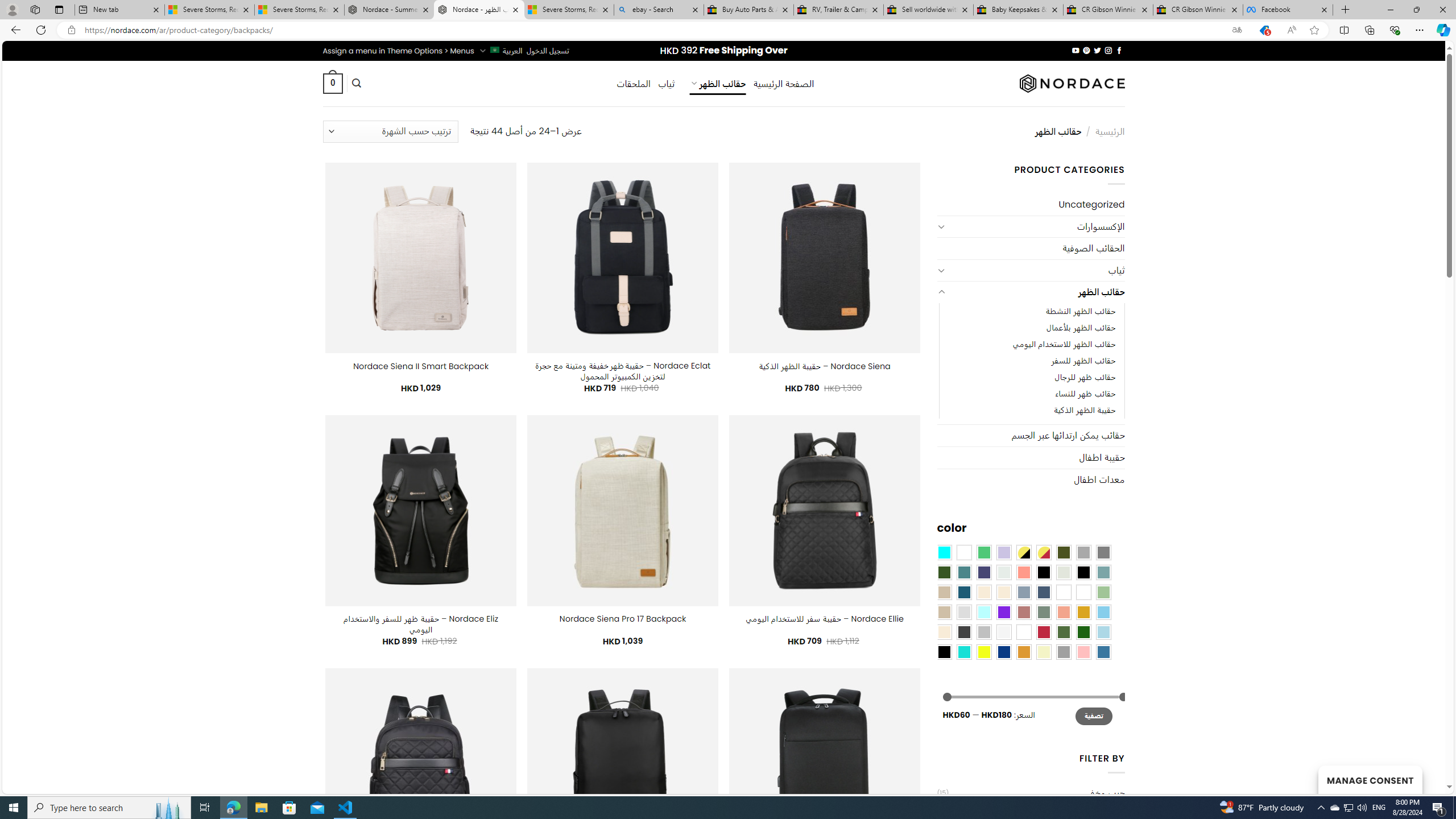 The height and width of the screenshot is (819, 1456). What do you see at coordinates (928, 9) in the screenshot?
I see `'Sell worldwide with eBay'` at bounding box center [928, 9].